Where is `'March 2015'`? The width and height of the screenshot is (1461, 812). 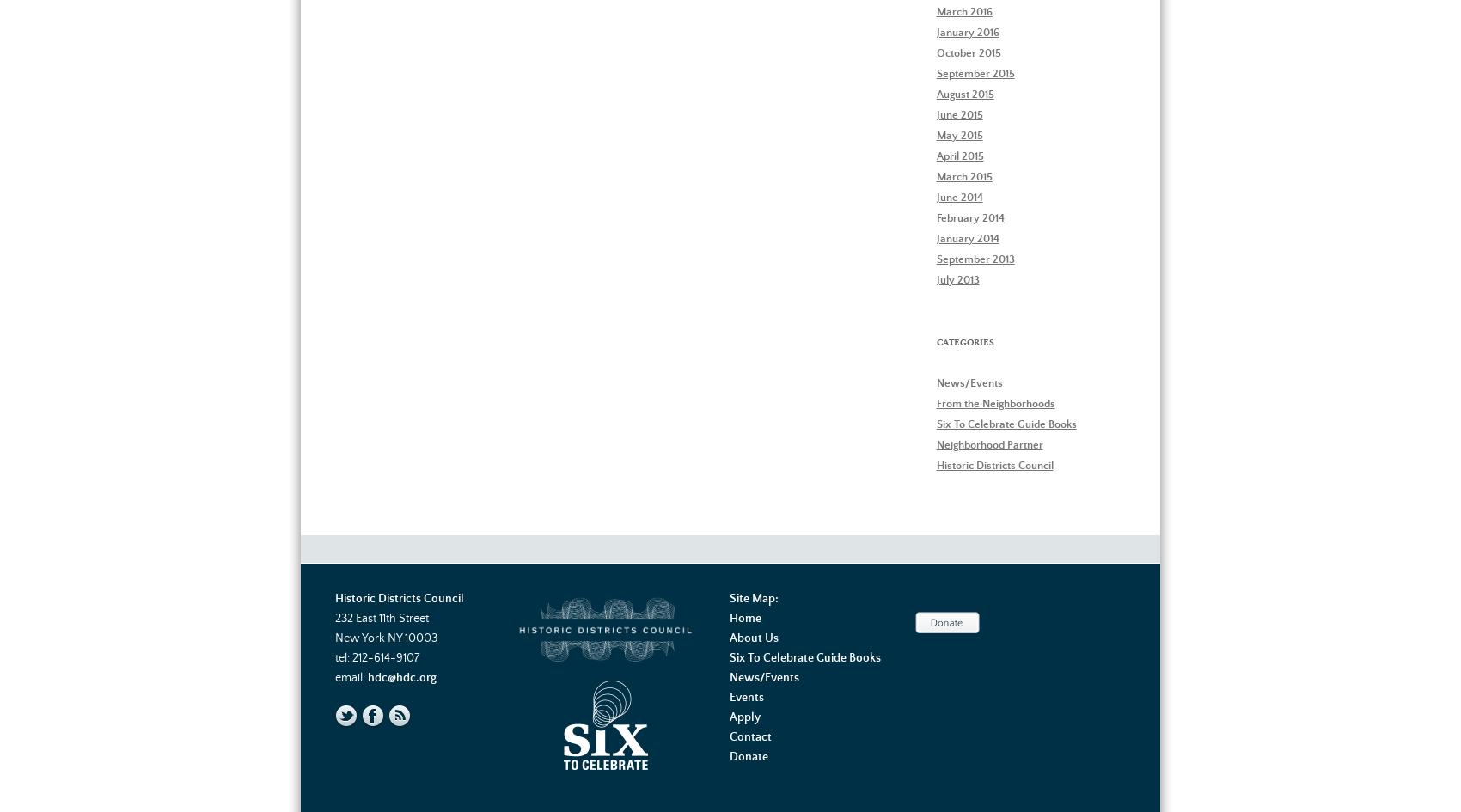
'March 2015' is located at coordinates (963, 175).